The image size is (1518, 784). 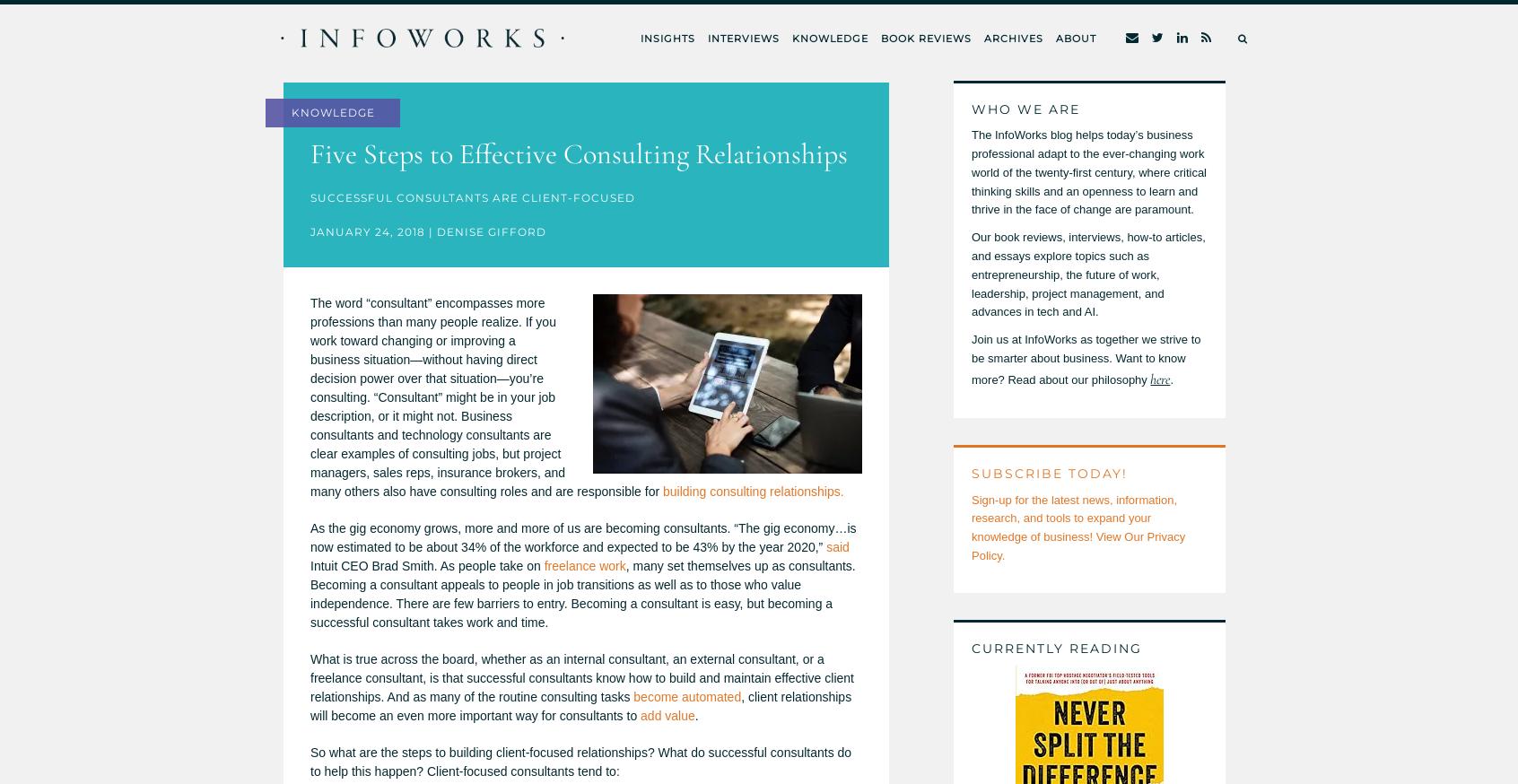 I want to click on 'here', so click(x=1159, y=378).